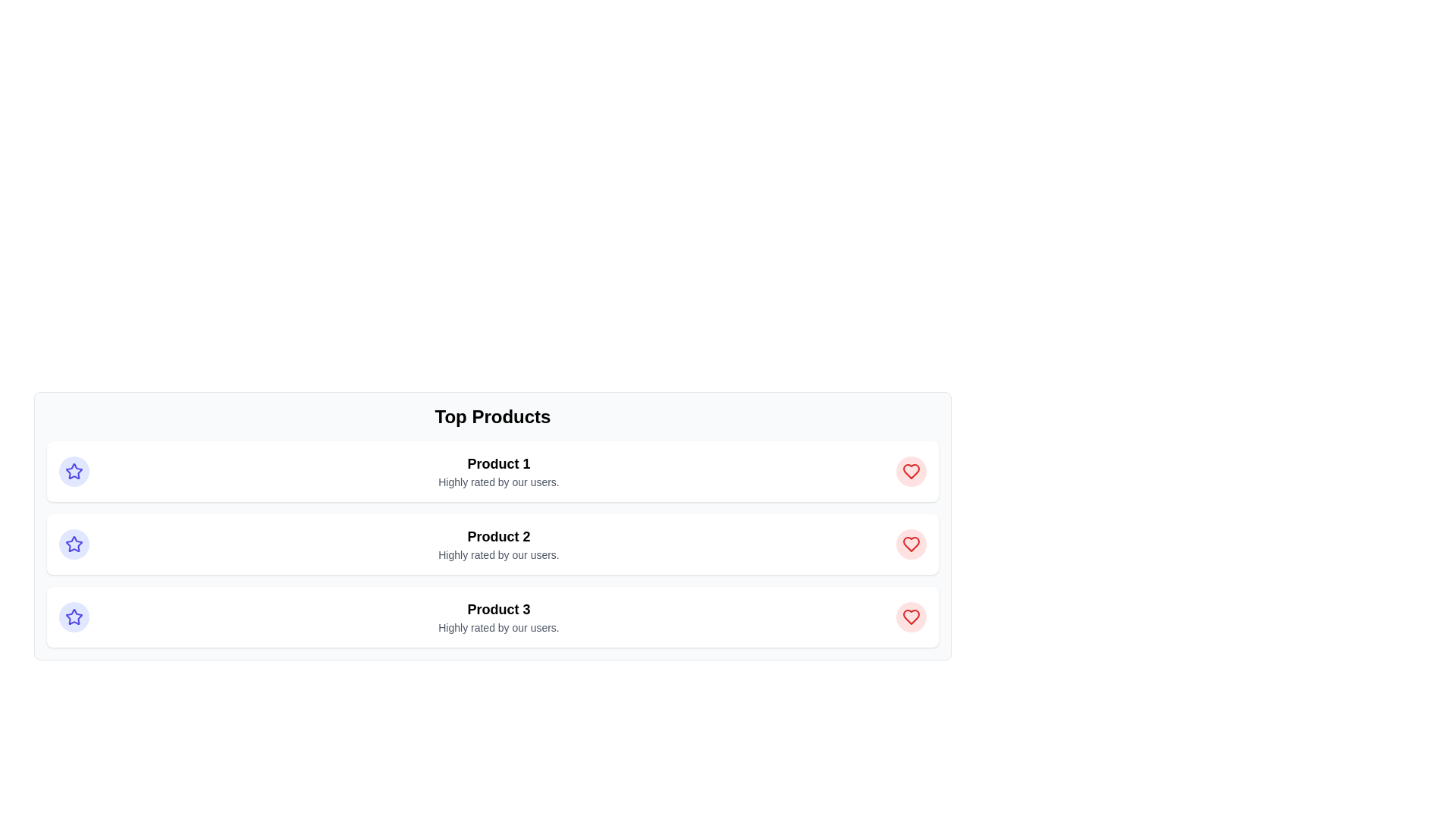 The height and width of the screenshot is (819, 1456). I want to click on the circular icon with a light indigo background and dark indigo star, located to the left of 'Product 2' text in the second row of the list, so click(73, 543).